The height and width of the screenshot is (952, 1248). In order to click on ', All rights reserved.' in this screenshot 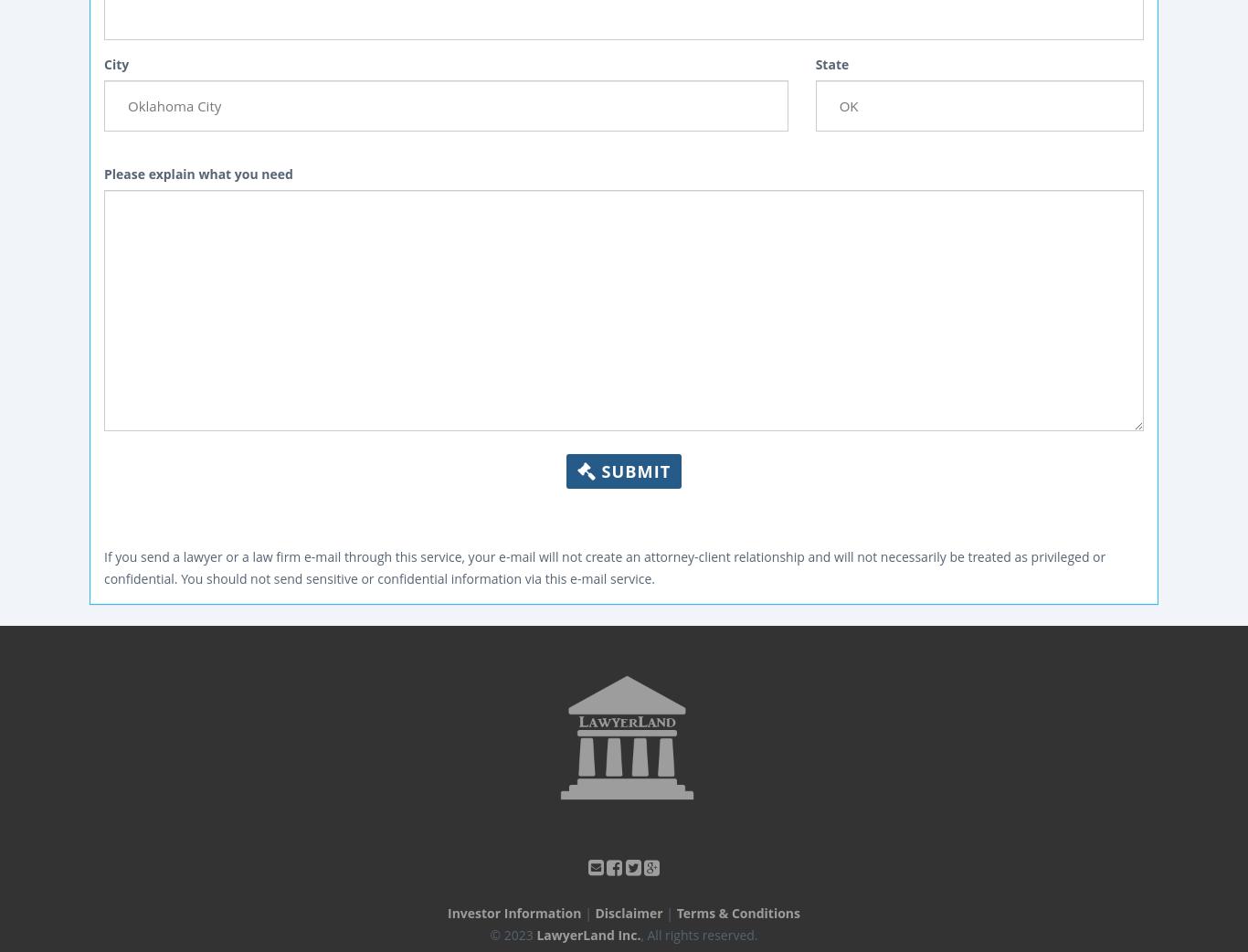, I will do `click(698, 934)`.